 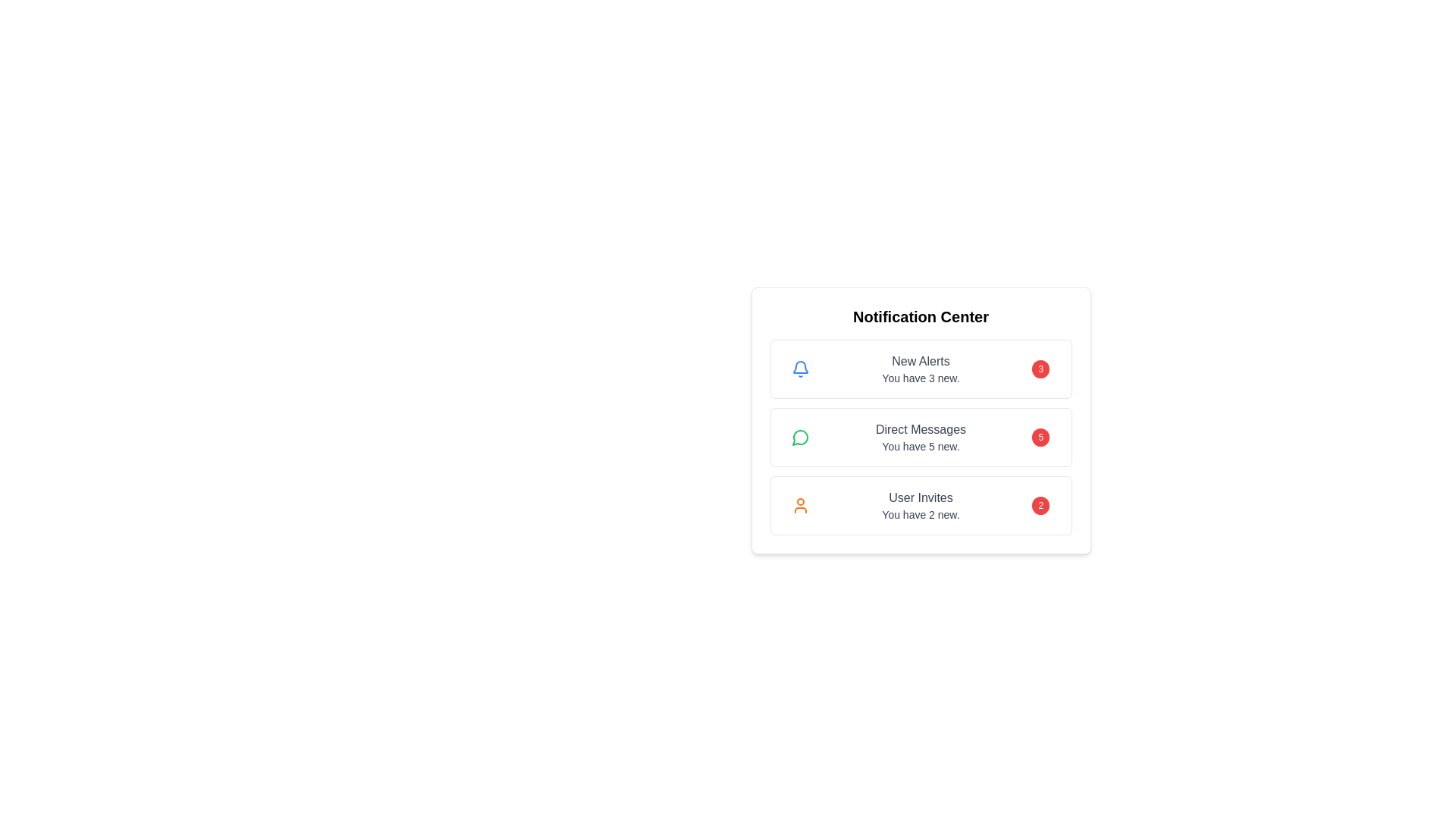 What do you see at coordinates (920, 513) in the screenshot?
I see `static text label that says 'You have 2 new.' located below the 'User Invites' title text within the notification card` at bounding box center [920, 513].